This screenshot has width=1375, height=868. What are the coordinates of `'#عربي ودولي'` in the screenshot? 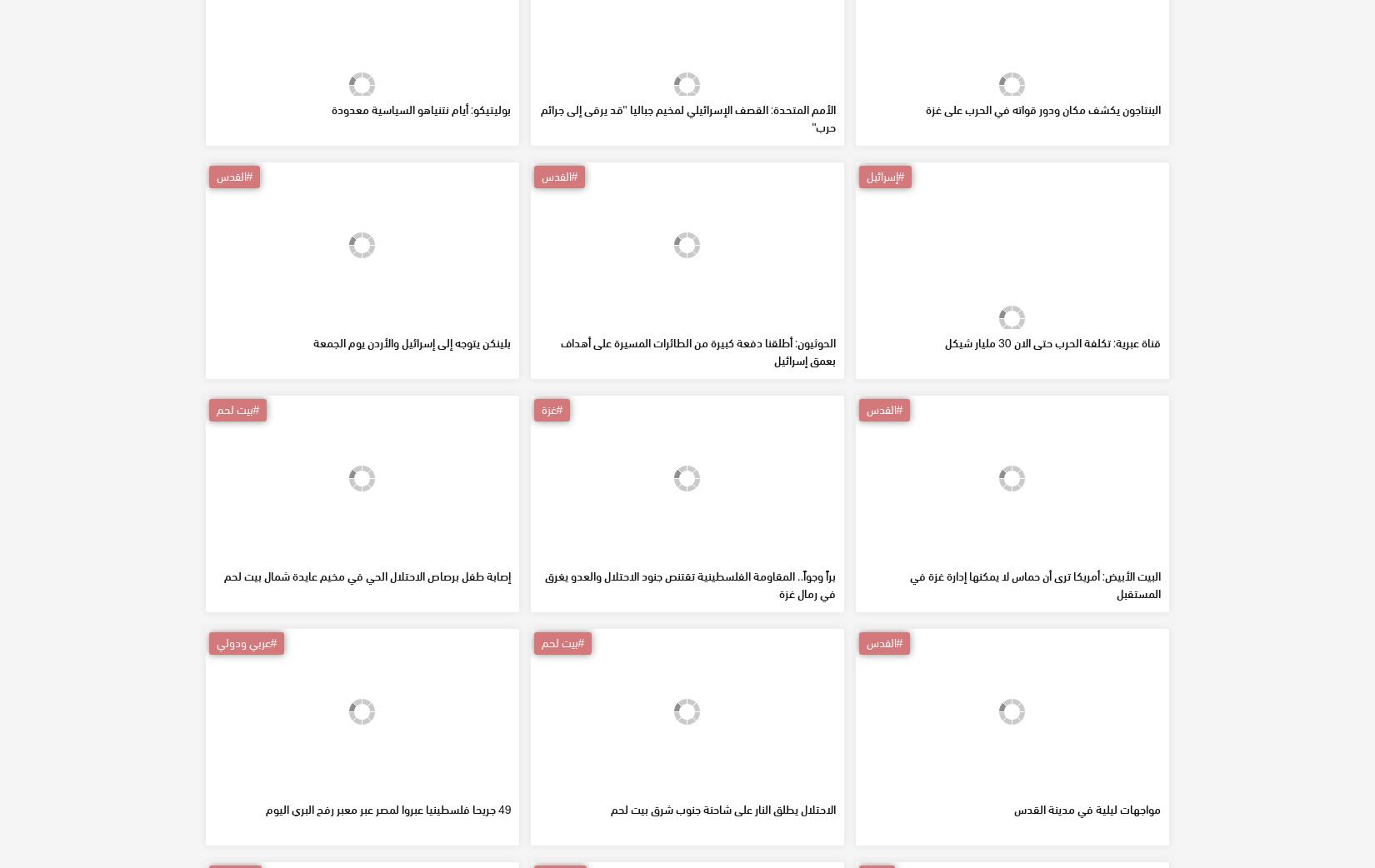 It's located at (246, 761).